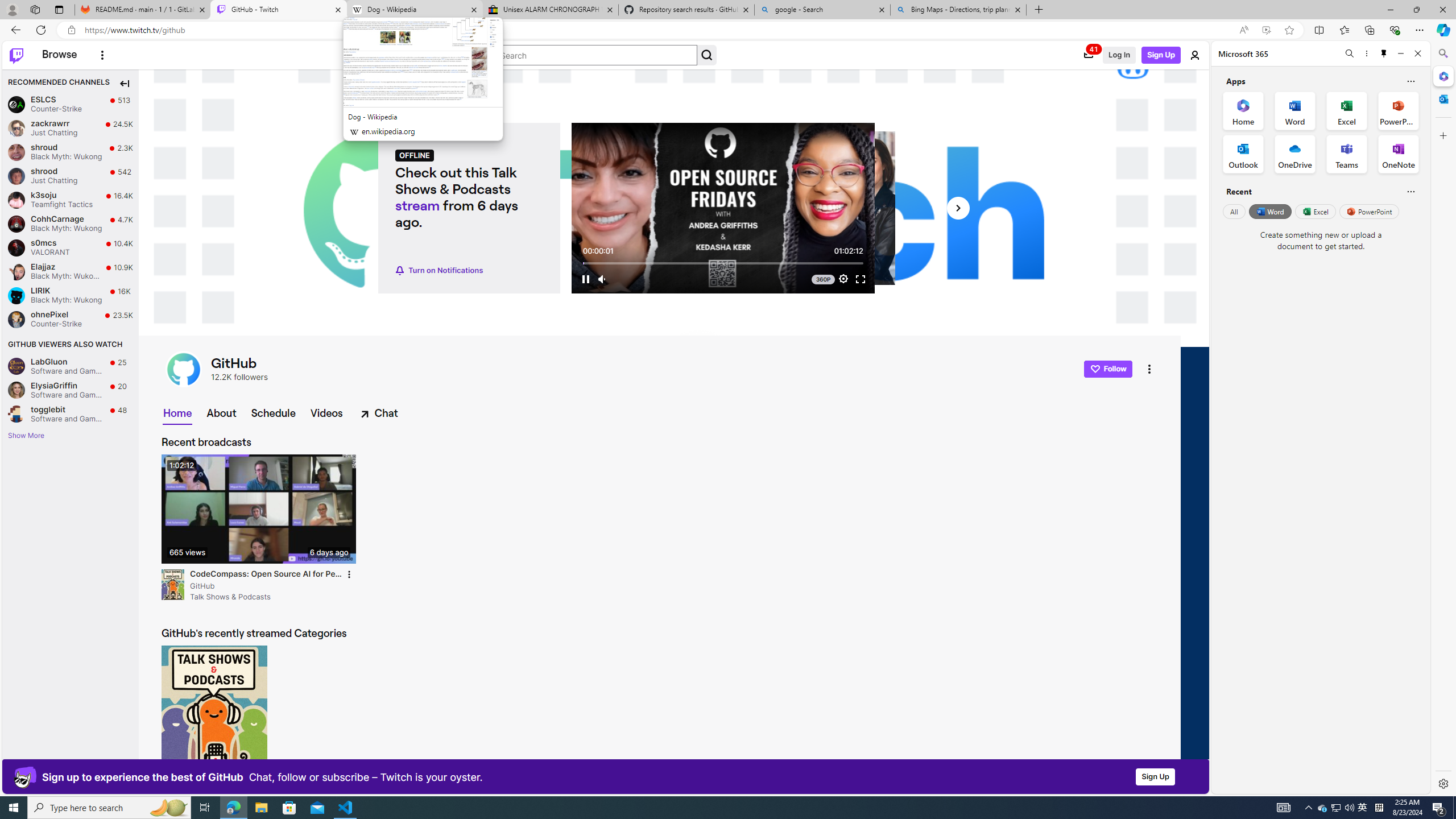 The height and width of the screenshot is (819, 1456). I want to click on 'Excel Office App', so click(1347, 111).